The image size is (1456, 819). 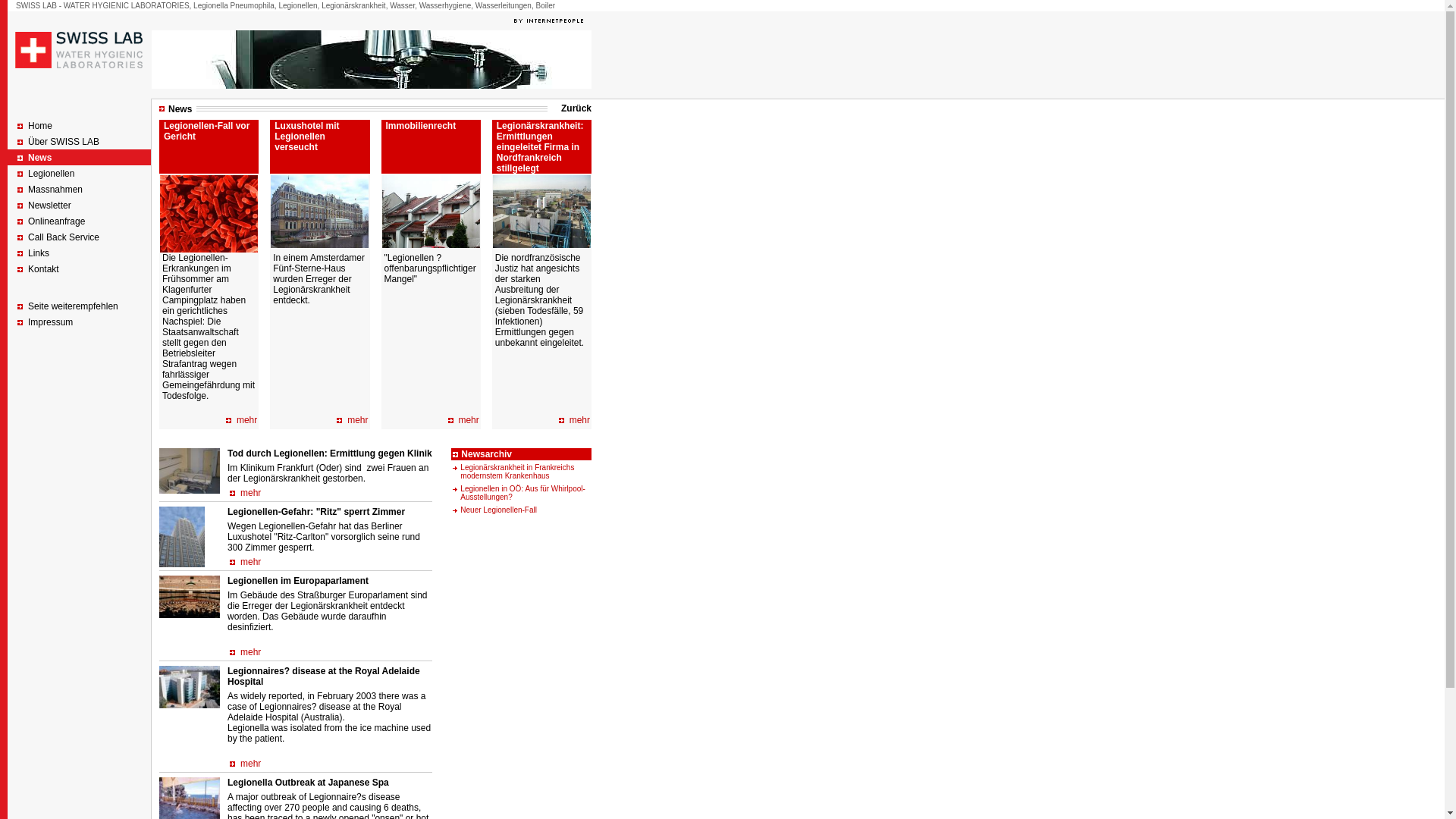 I want to click on 'Newsletter', so click(x=49, y=205).